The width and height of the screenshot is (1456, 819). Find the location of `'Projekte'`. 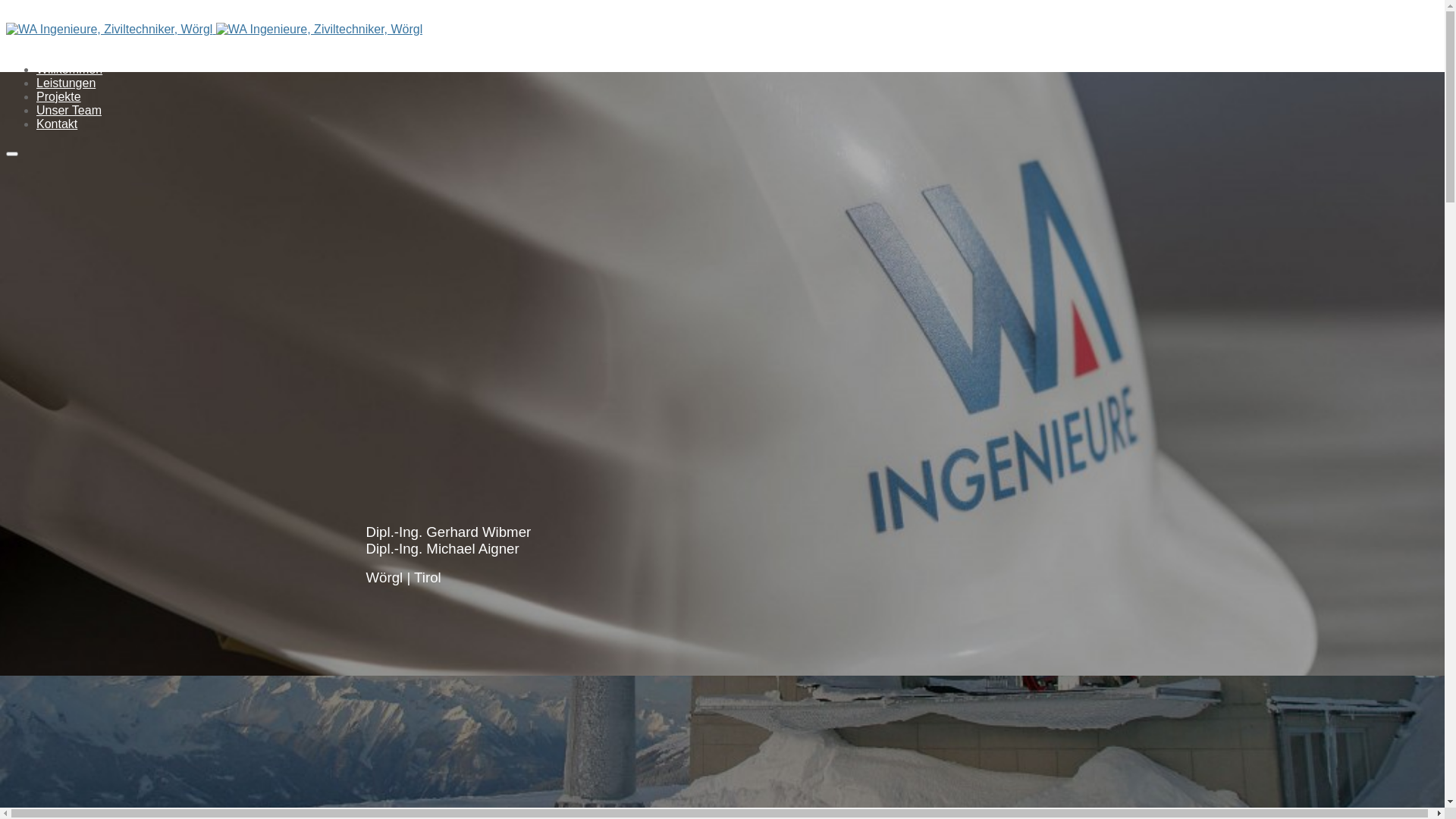

'Projekte' is located at coordinates (58, 96).